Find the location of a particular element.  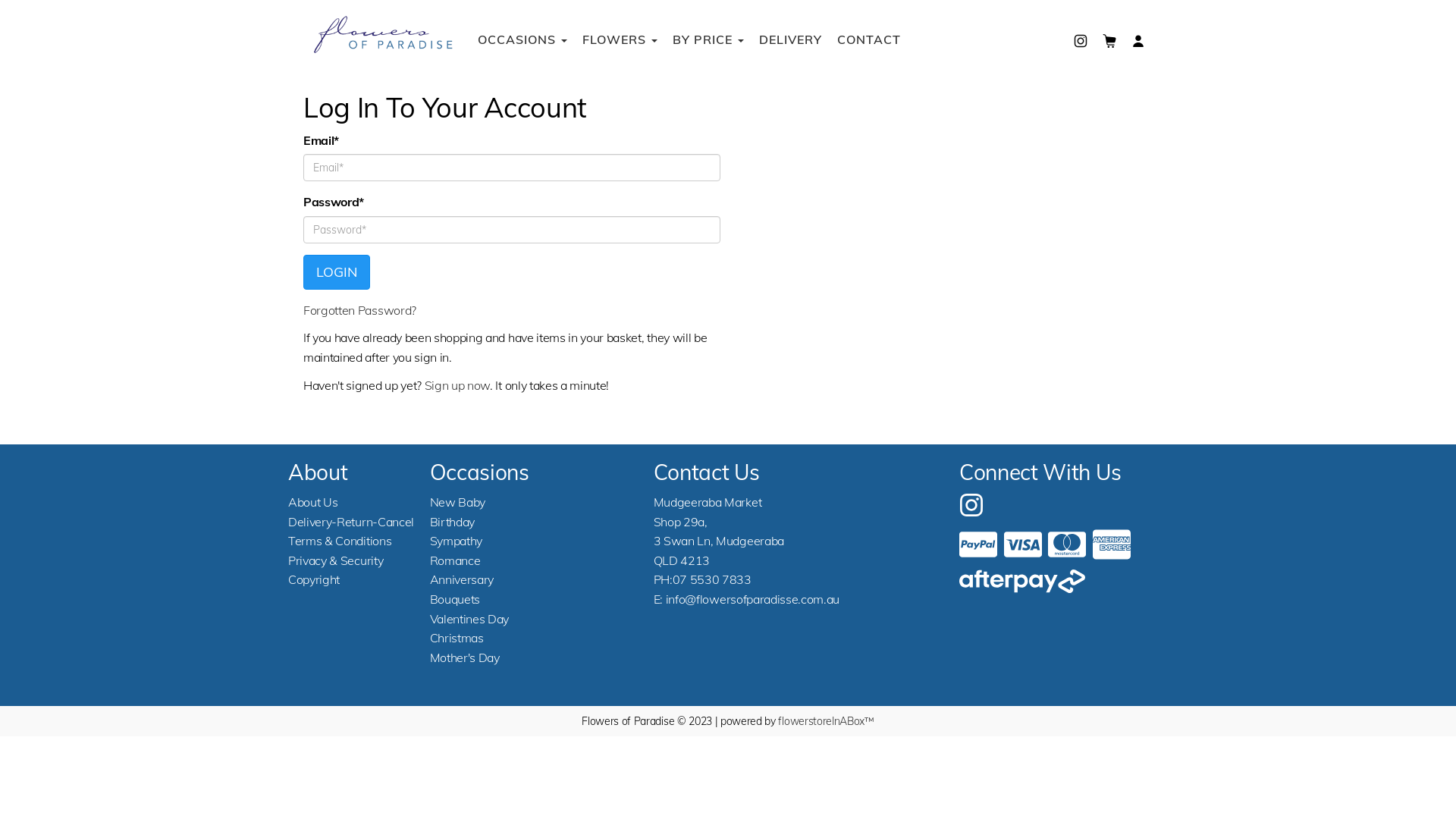

'Sympathy' is located at coordinates (455, 540).